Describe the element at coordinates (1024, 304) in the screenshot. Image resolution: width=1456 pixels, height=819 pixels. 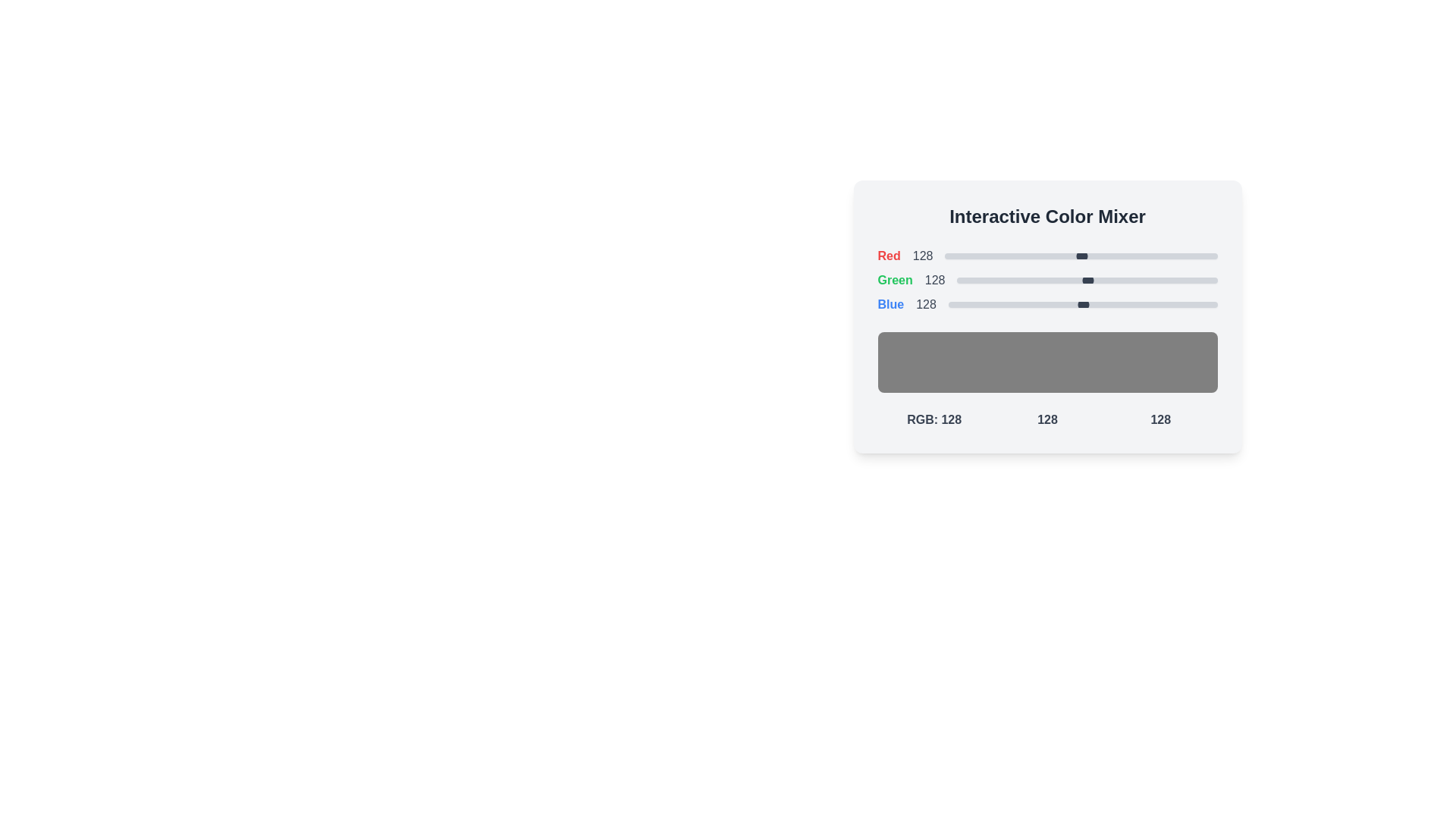
I see `the Blue component` at that location.